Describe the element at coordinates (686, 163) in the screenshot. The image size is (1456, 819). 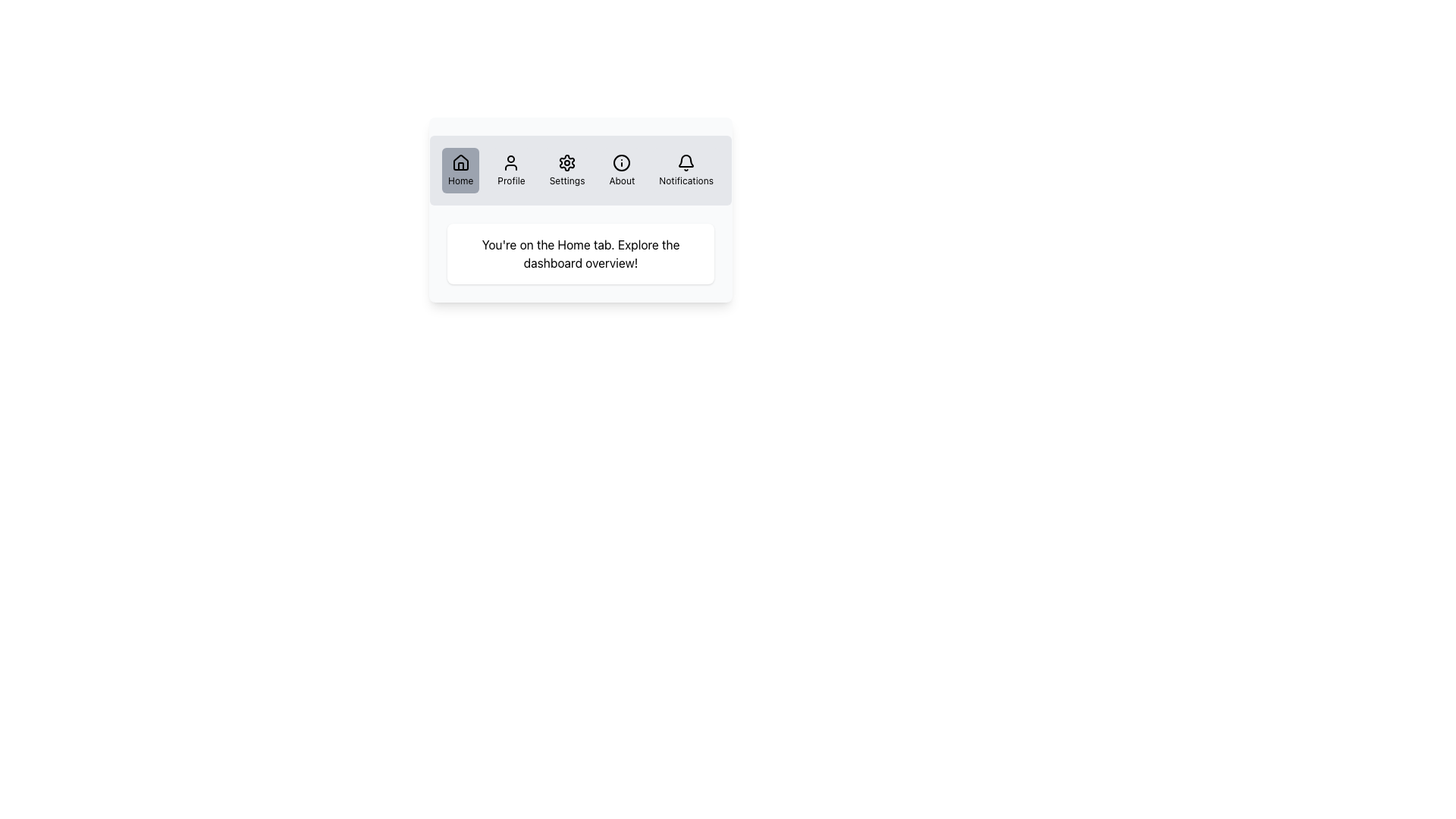
I see `the bell icon in the top navigation bar, which serves as a notification indicator and is paired with the text label 'Notifications'` at that location.